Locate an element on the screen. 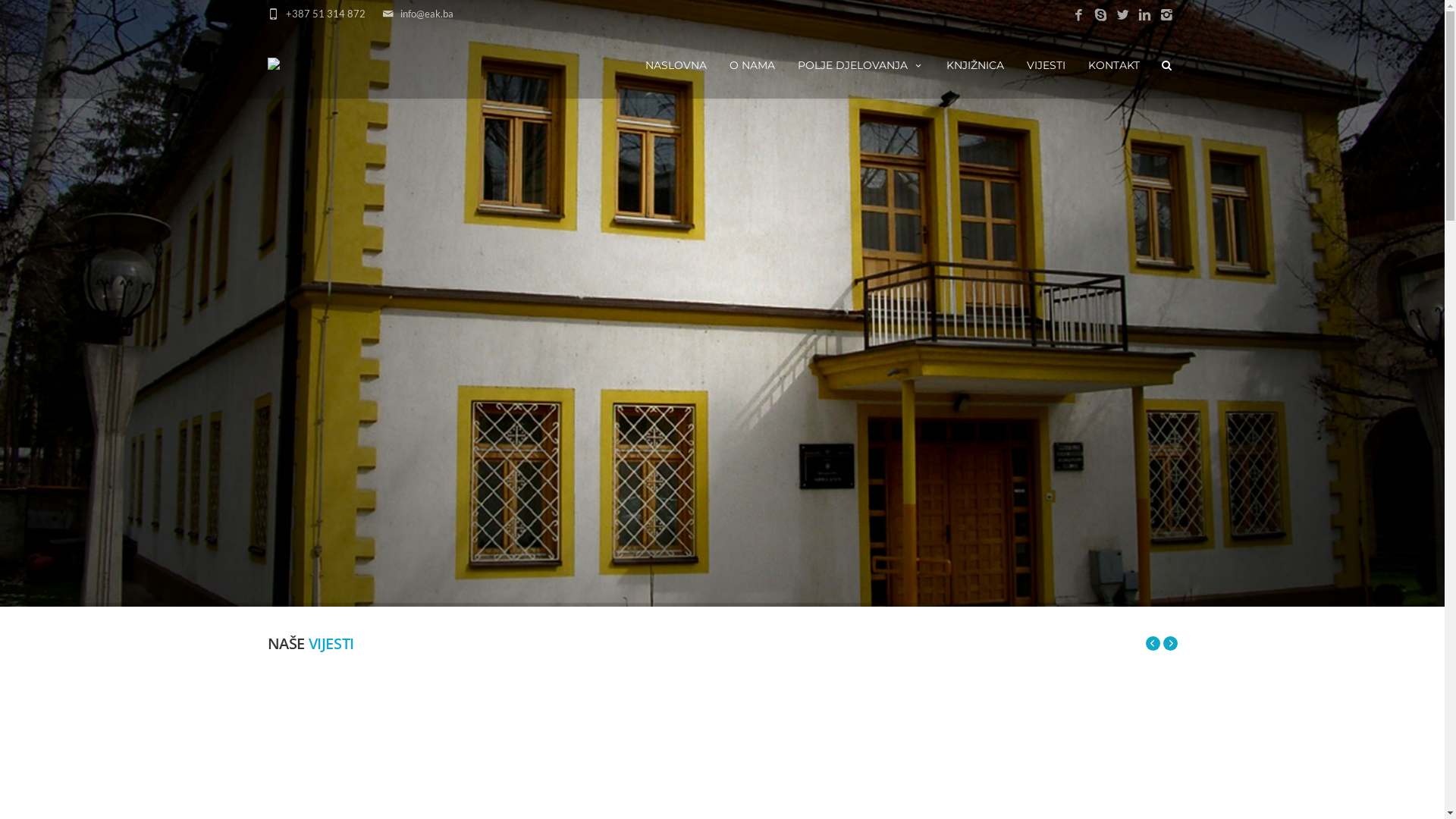  'VIJESTI' is located at coordinates (1015, 63).